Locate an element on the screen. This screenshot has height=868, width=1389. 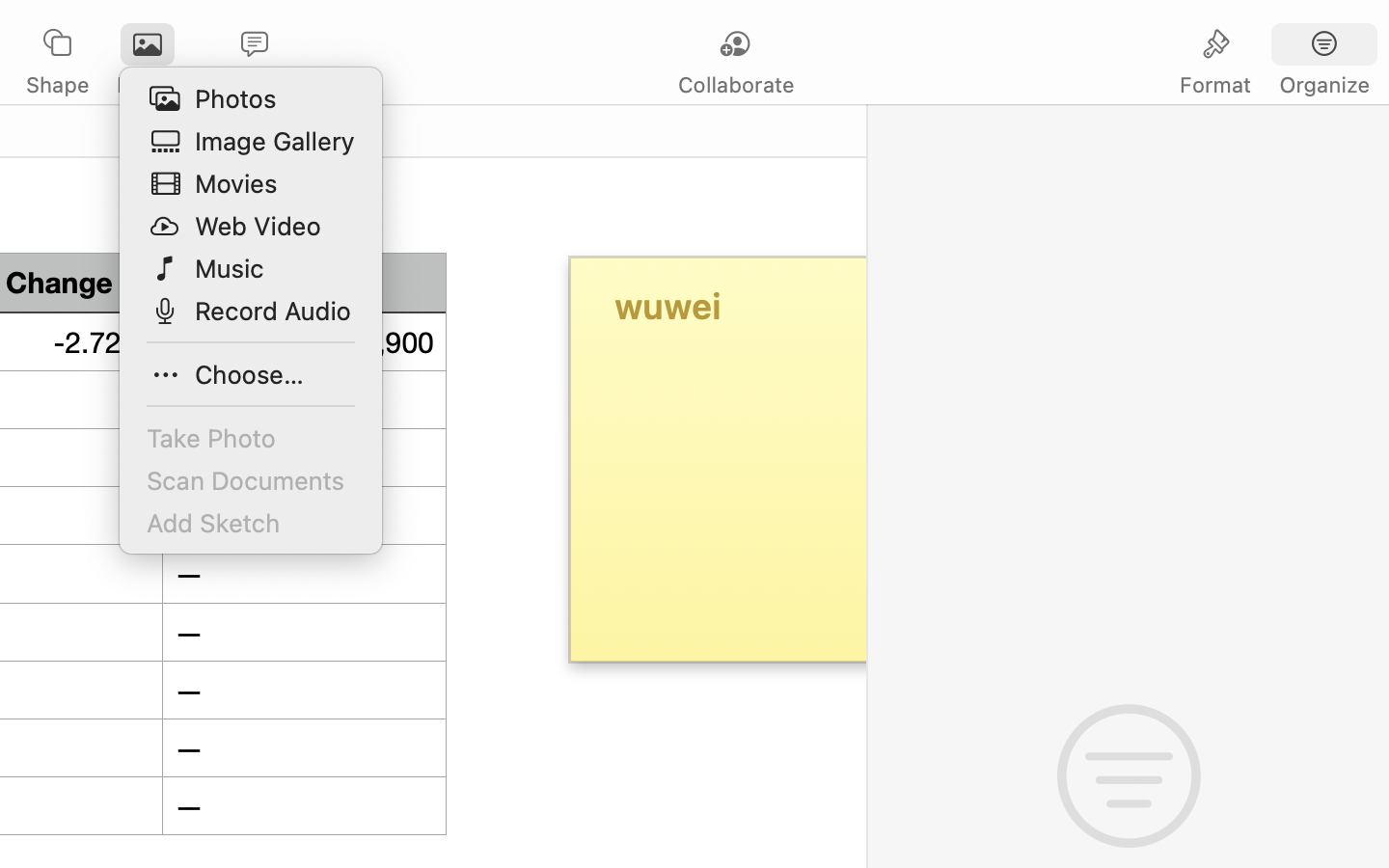
'Format' is located at coordinates (1214, 84).